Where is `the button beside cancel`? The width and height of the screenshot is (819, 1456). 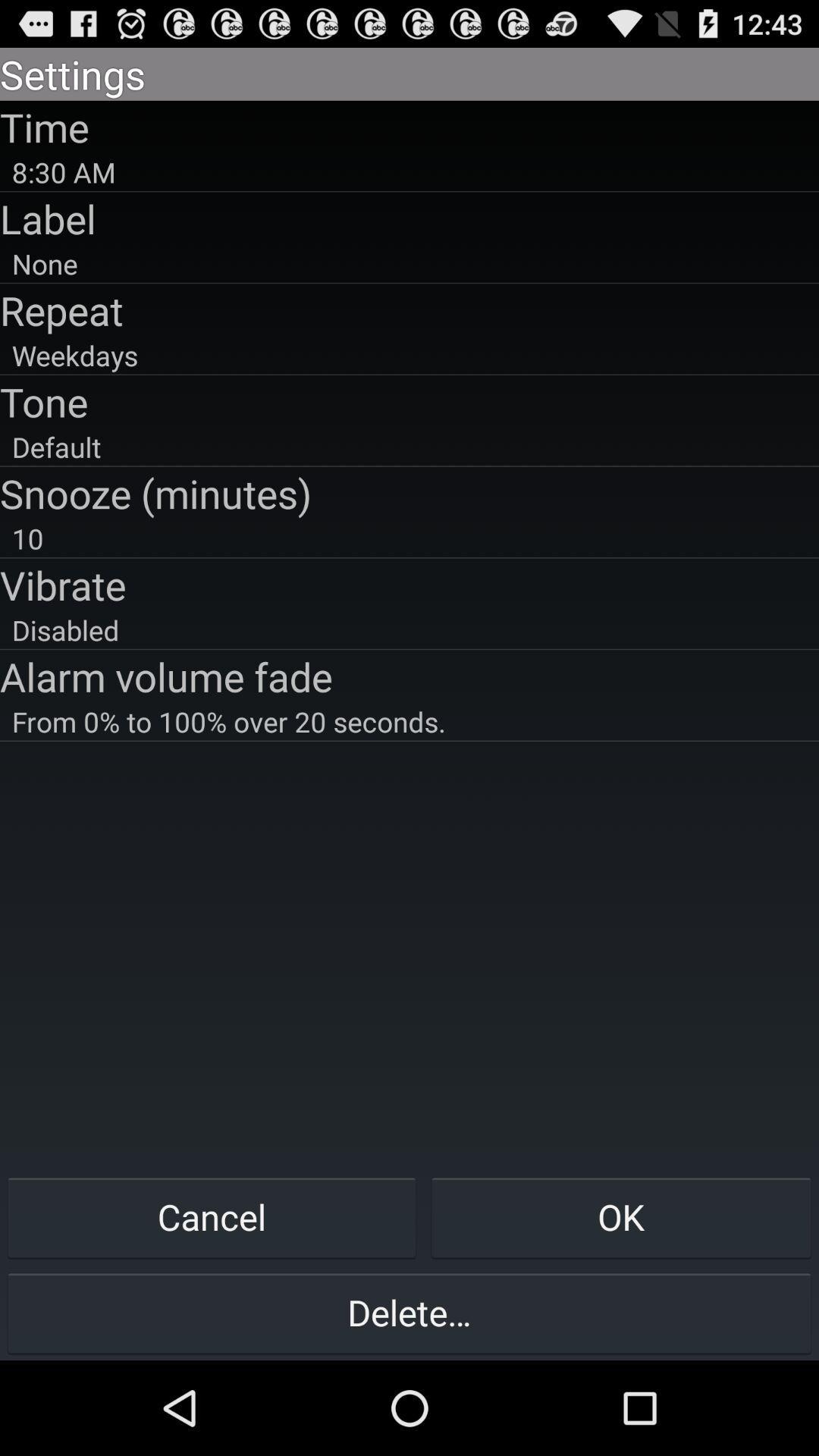 the button beside cancel is located at coordinates (621, 1216).